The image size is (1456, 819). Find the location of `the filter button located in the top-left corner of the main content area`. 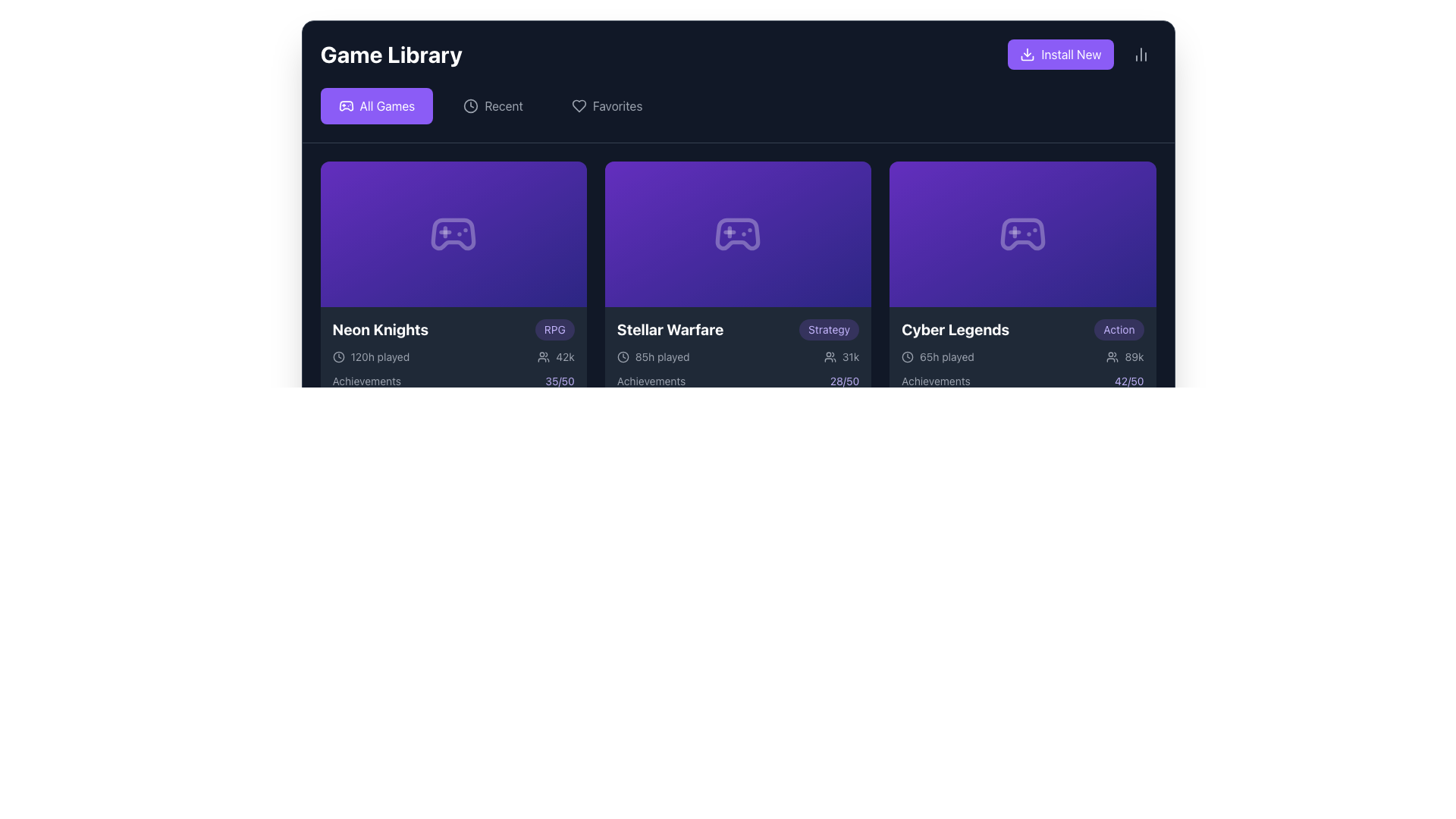

the filter button located in the top-left corner of the main content area is located at coordinates (376, 105).